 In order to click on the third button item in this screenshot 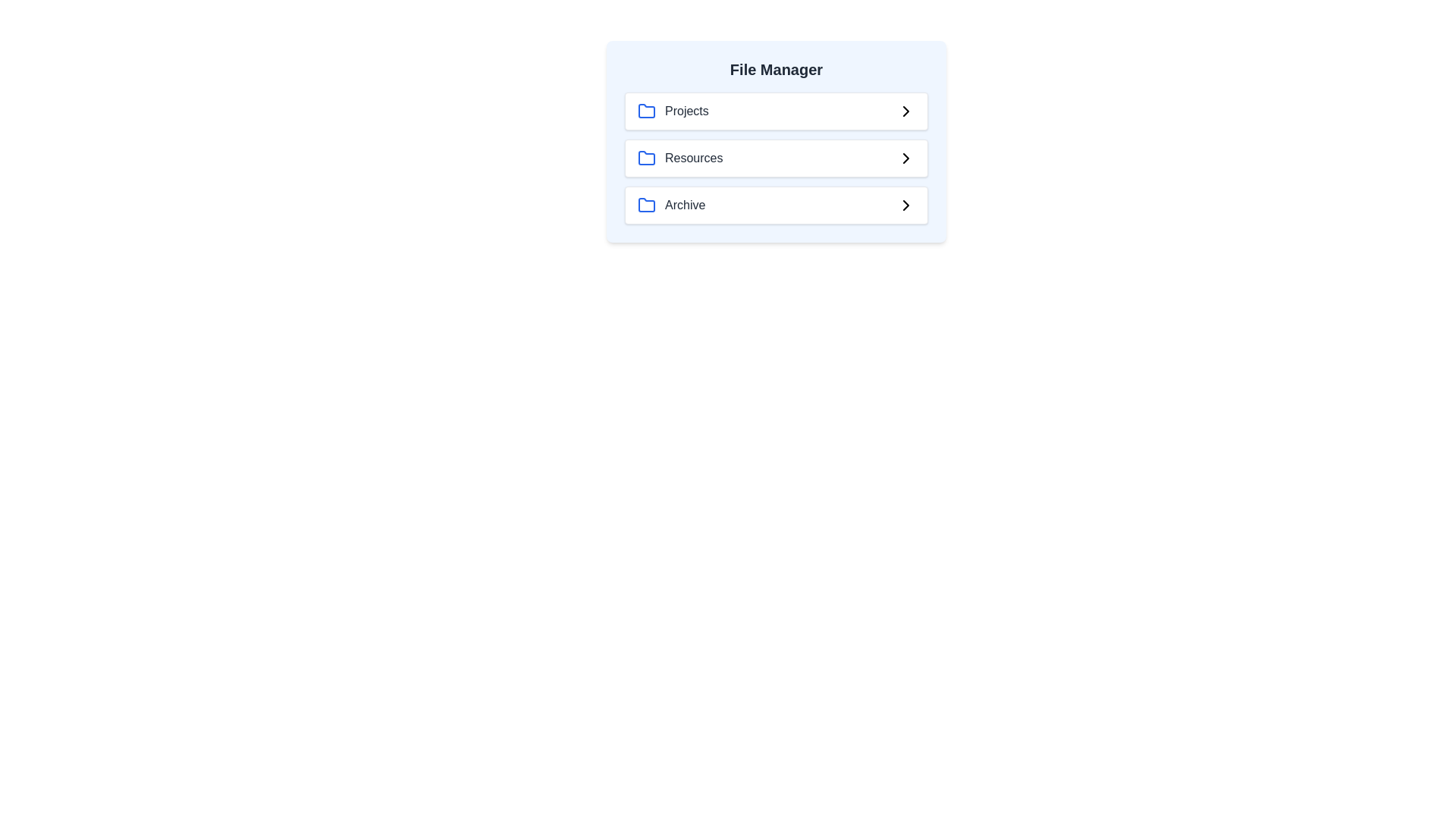, I will do `click(776, 205)`.